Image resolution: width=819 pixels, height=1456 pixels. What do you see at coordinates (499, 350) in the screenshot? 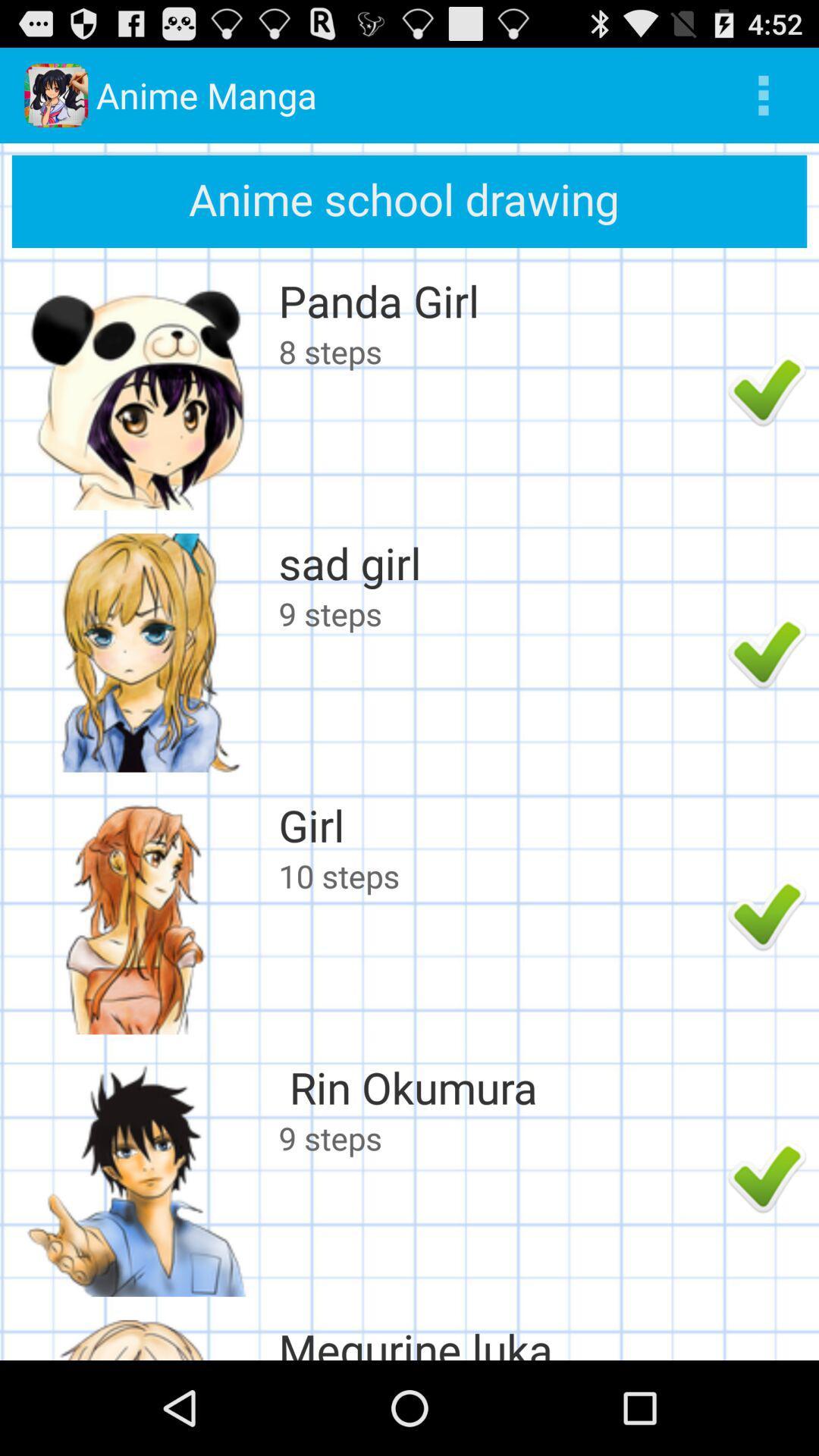
I see `the 8 steps` at bounding box center [499, 350].